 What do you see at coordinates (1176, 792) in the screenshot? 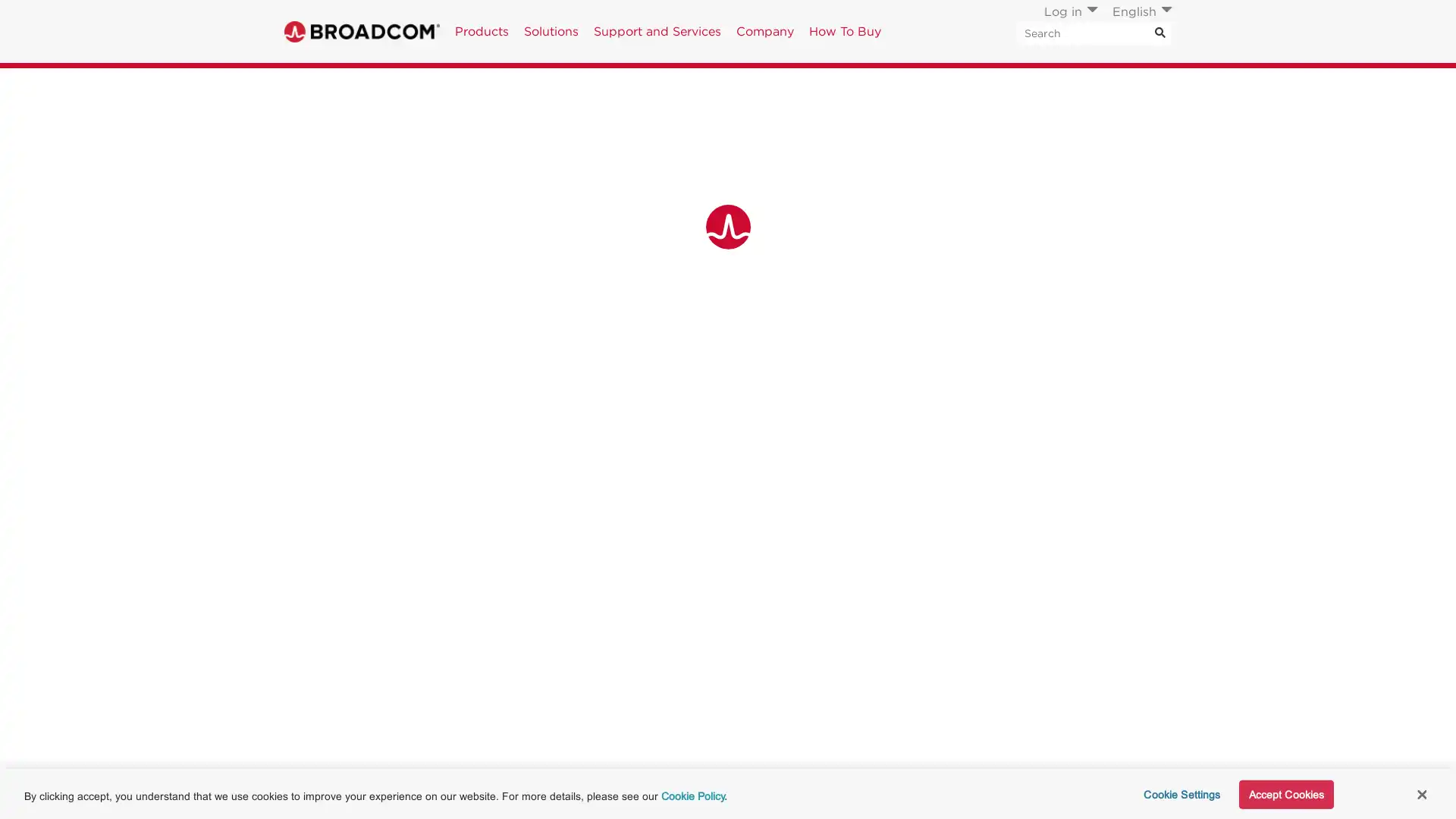
I see `Cookie Settings` at bounding box center [1176, 792].